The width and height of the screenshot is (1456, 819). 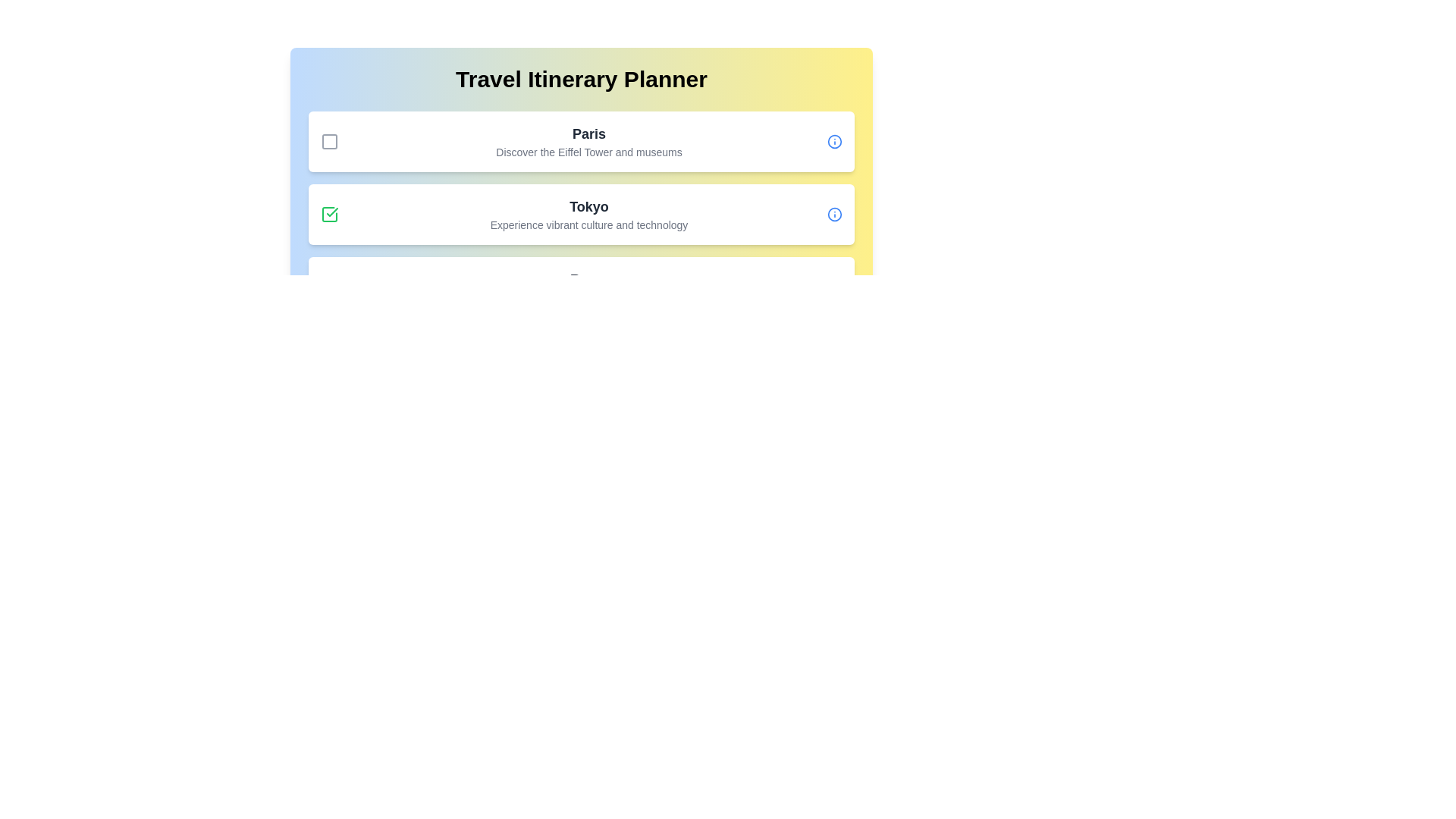 What do you see at coordinates (833, 141) in the screenshot?
I see `the blue circular informational icon with an 'i' symbol located to the right of the 'Discover the Eiffel Tower and museums' text in the 'Travel Itinerary Planner' list` at bounding box center [833, 141].